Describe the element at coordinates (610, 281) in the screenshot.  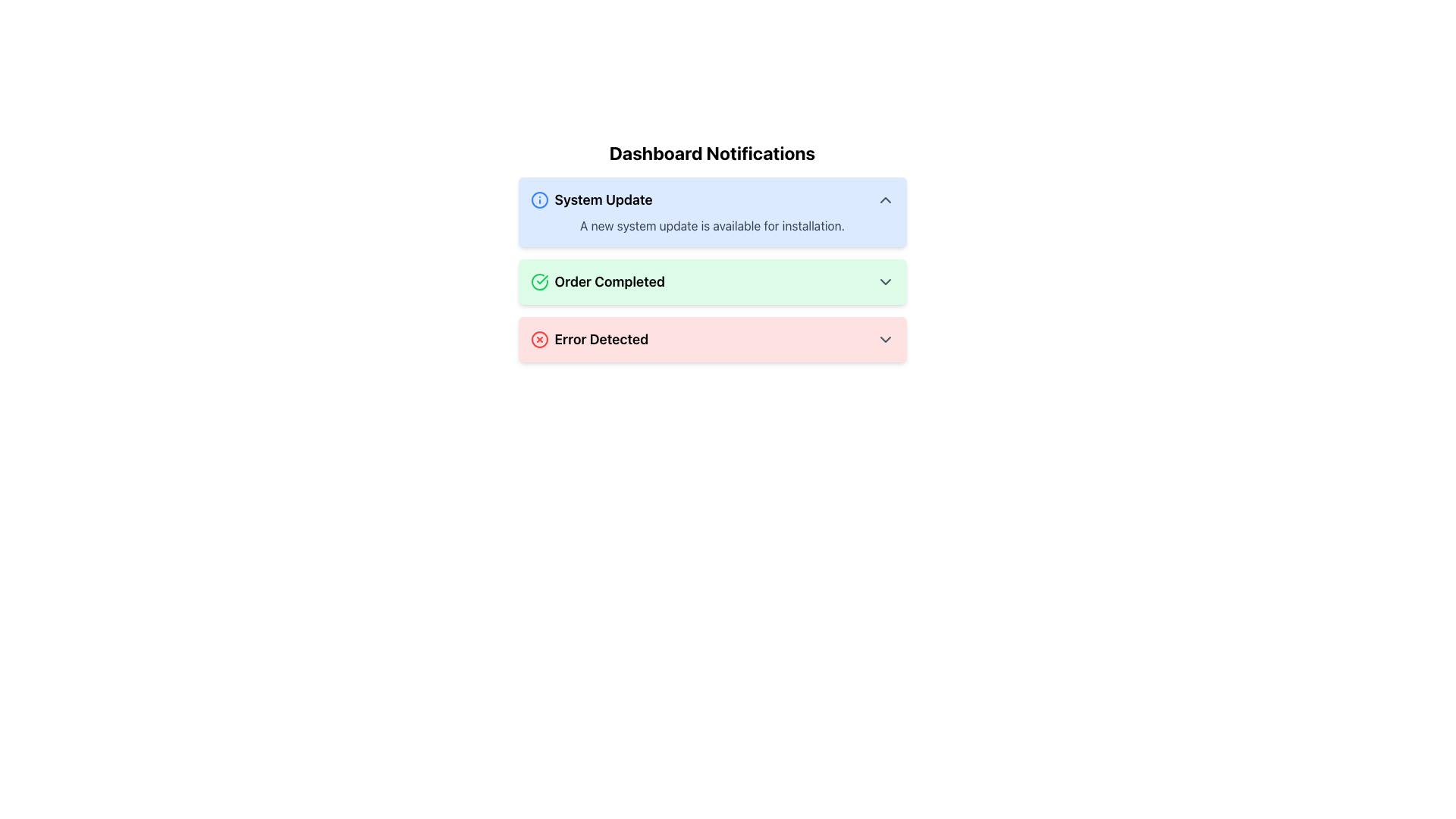
I see `text content of the bold text label that displays 'Order Completed' on a pastel green background, which is the second notification in the list` at that location.